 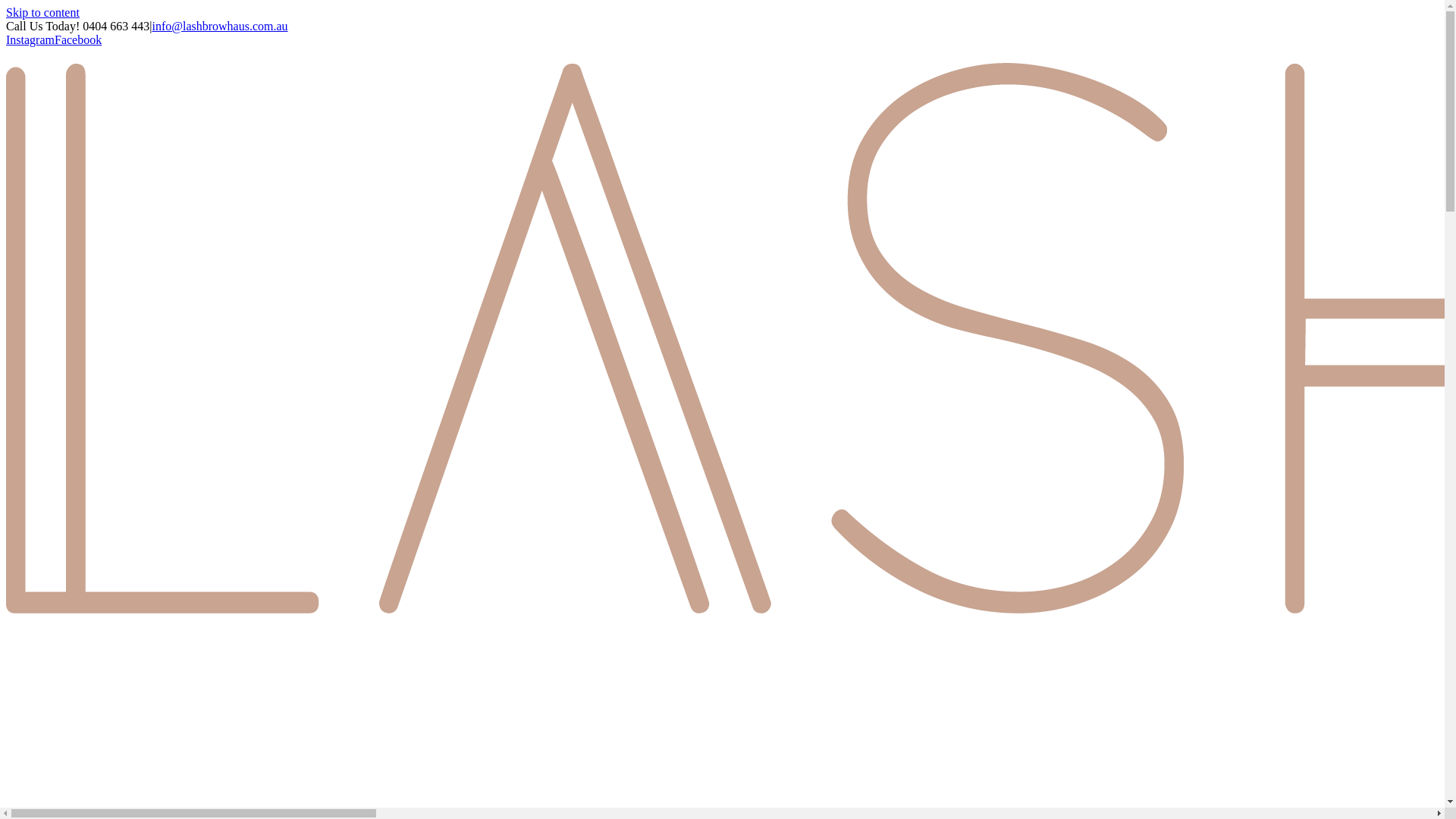 I want to click on 'Instagram', so click(x=6, y=39).